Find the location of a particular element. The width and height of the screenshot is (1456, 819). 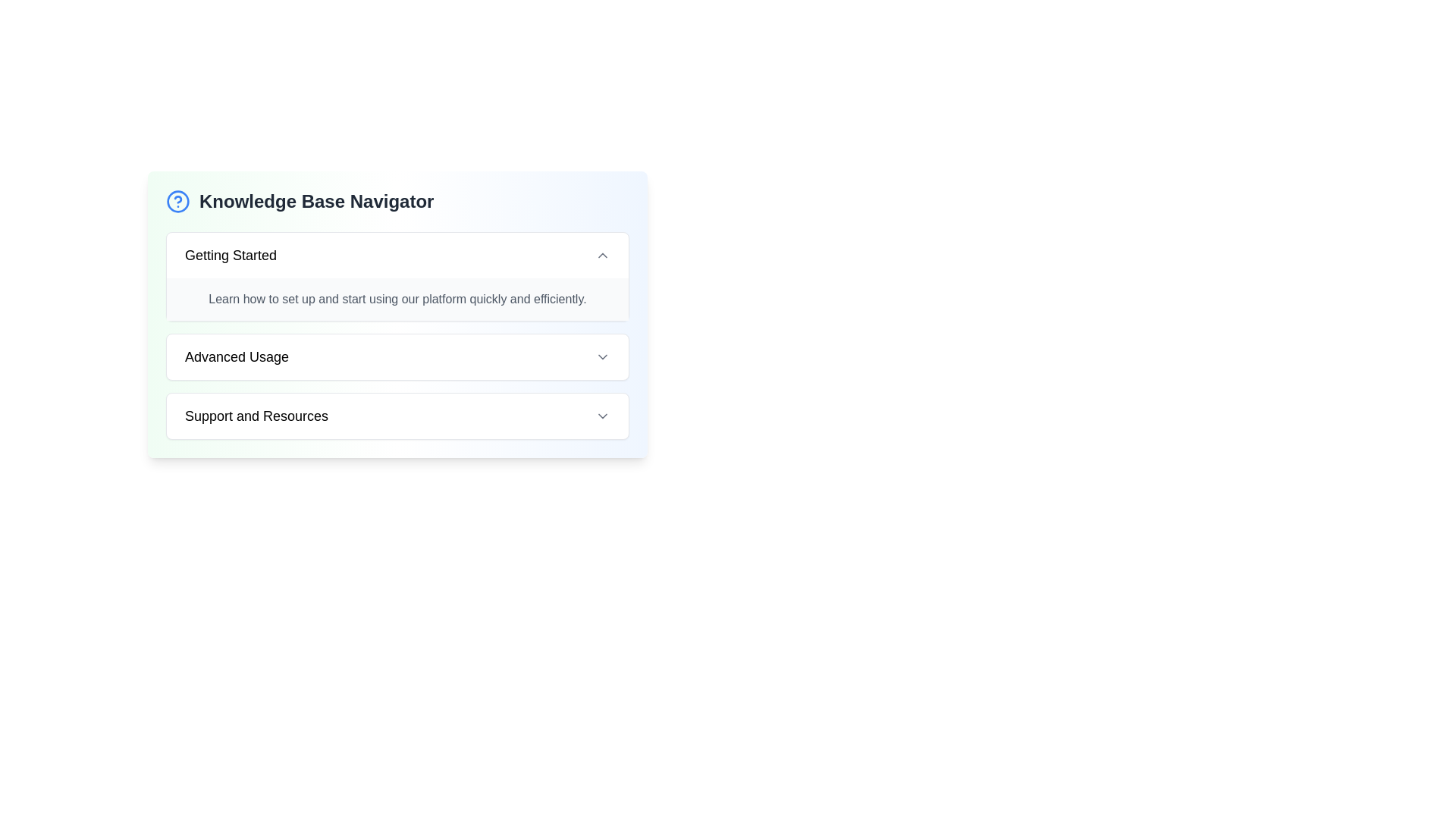

the 'Support and Resources' collapsible button located at the third position in the vertical stack is located at coordinates (397, 416).